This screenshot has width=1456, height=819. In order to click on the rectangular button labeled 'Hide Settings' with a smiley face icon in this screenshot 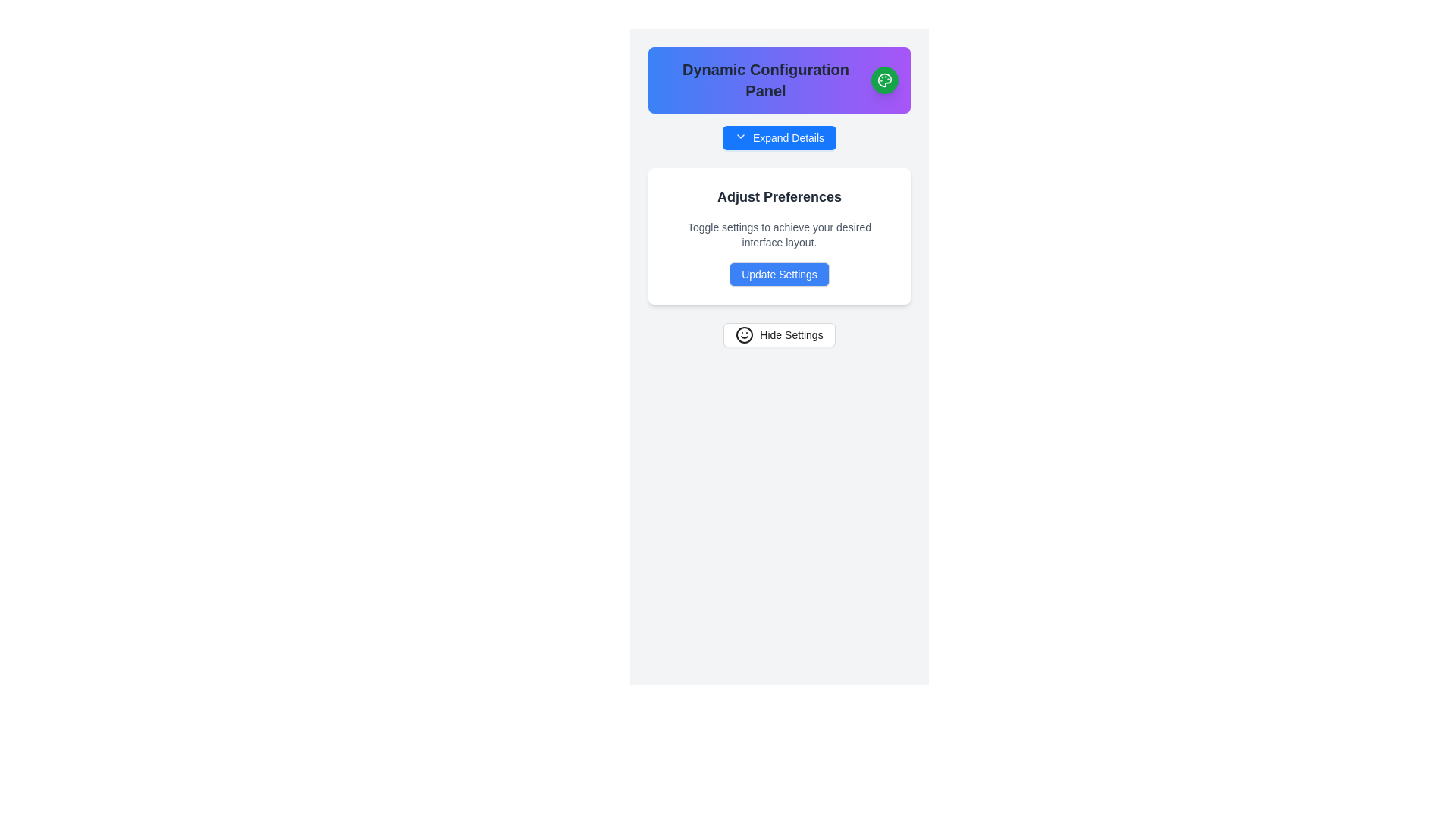, I will do `click(779, 334)`.